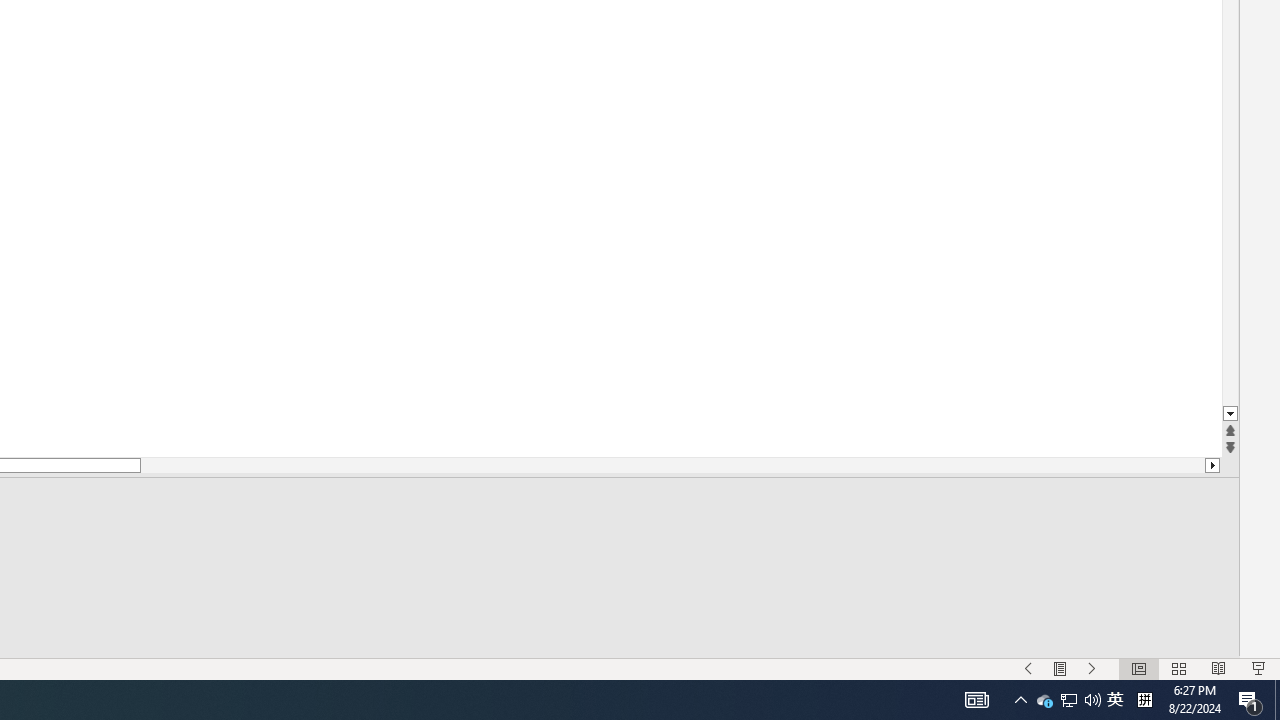 The width and height of the screenshot is (1280, 720). What do you see at coordinates (1028, 669) in the screenshot?
I see `'Menu On'` at bounding box center [1028, 669].